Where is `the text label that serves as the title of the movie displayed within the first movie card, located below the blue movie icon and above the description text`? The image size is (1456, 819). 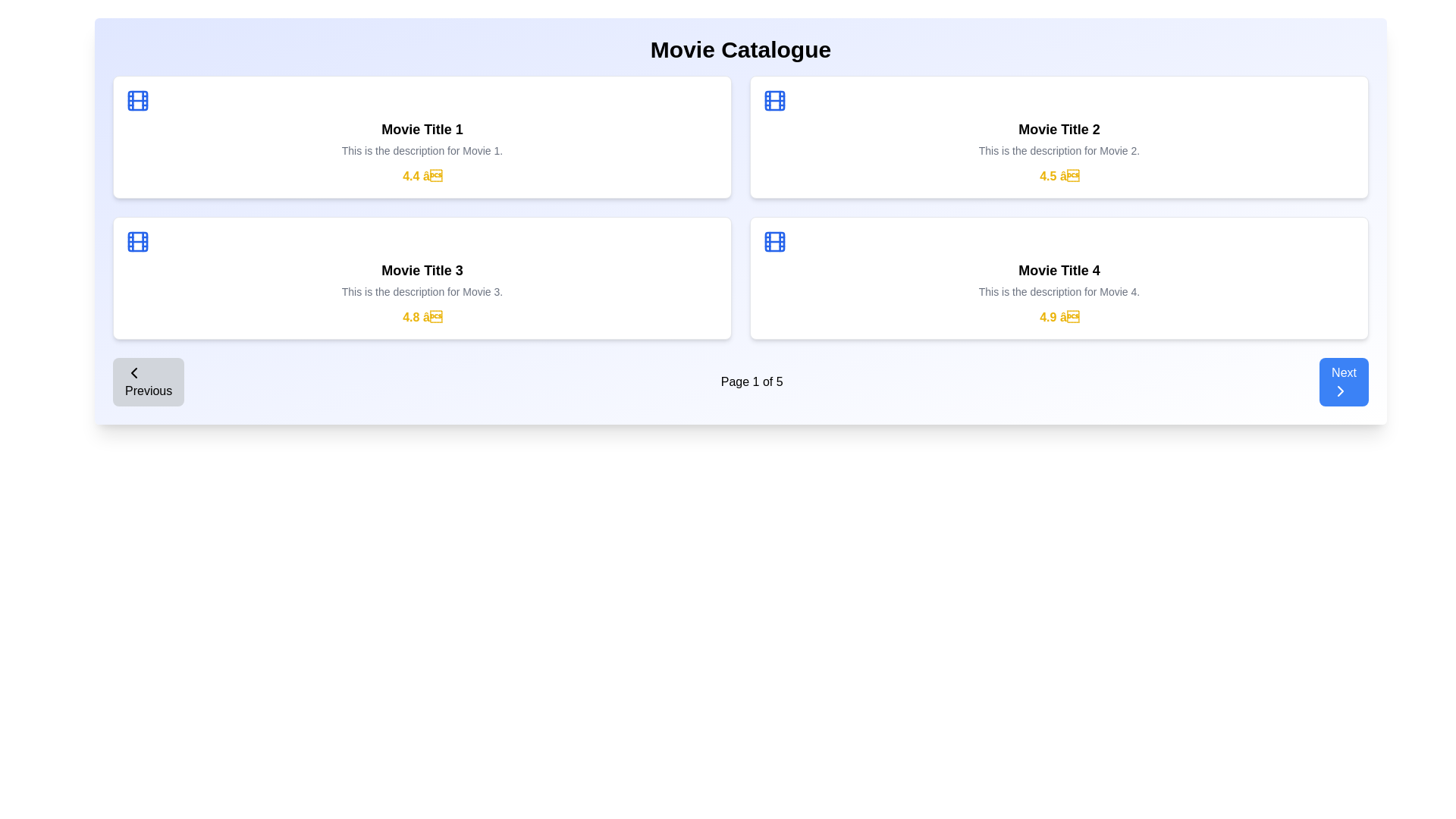 the text label that serves as the title of the movie displayed within the first movie card, located below the blue movie icon and above the description text is located at coordinates (422, 128).